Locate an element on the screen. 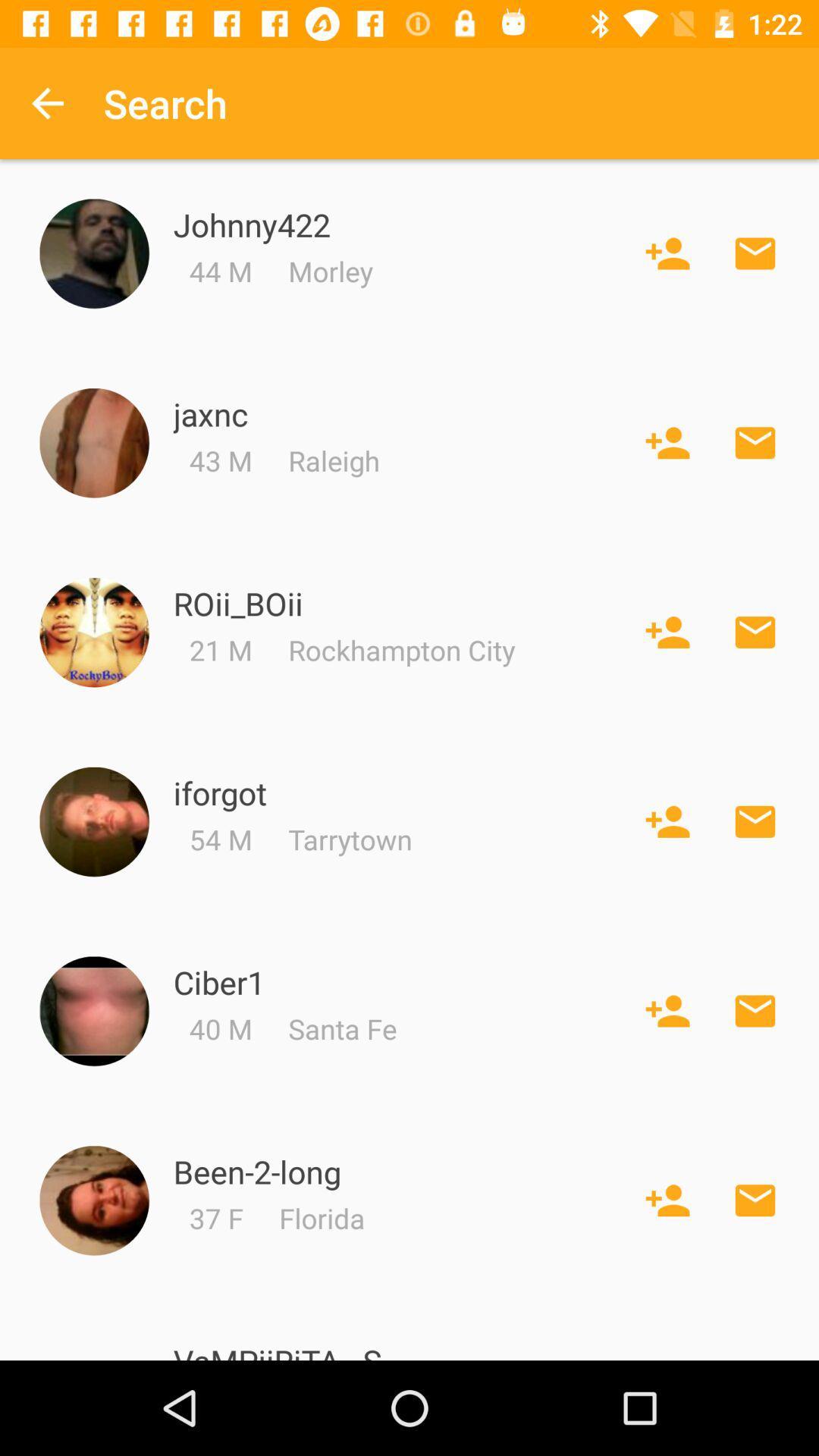 Image resolution: width=819 pixels, height=1456 pixels. member profile is located at coordinates (94, 821).